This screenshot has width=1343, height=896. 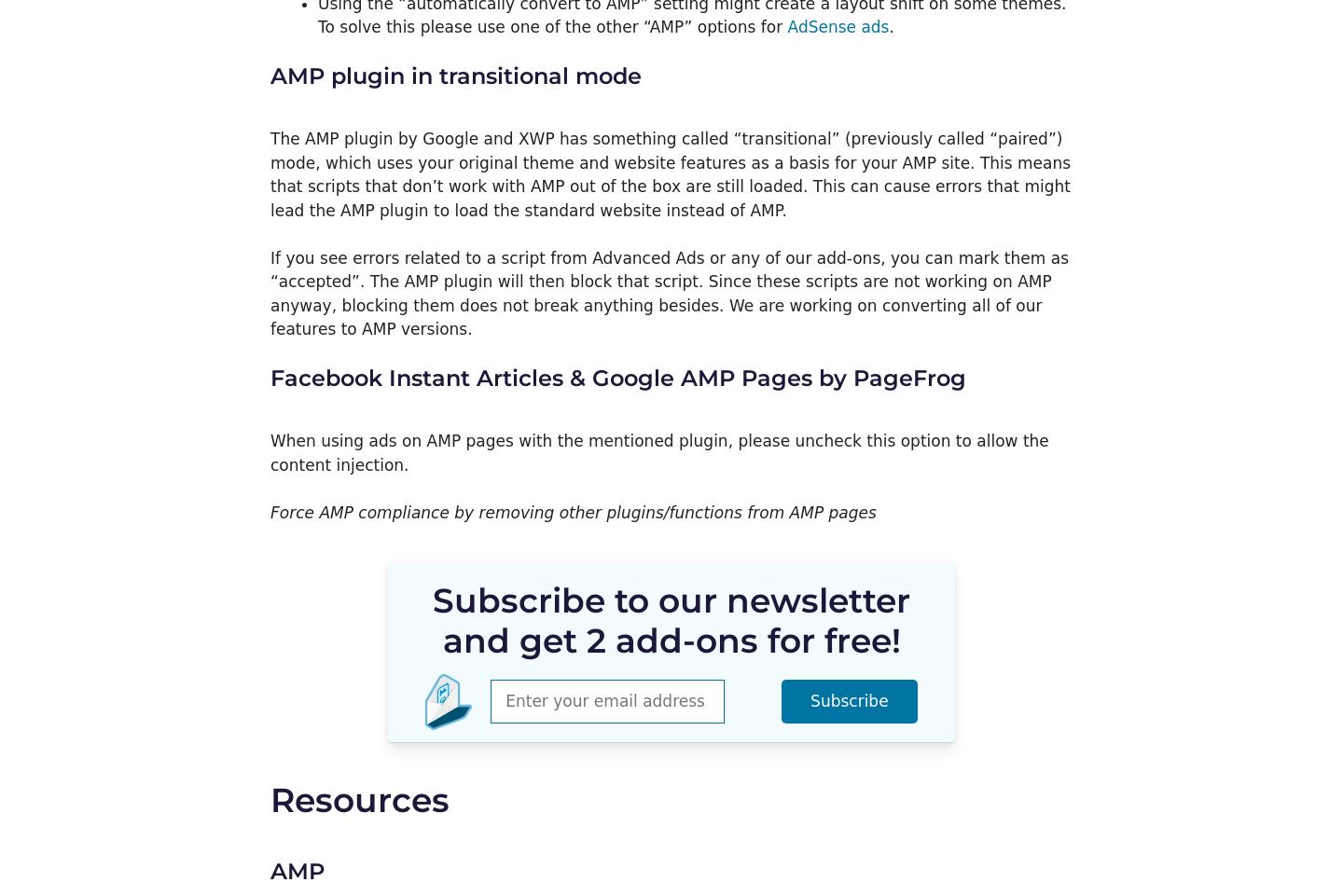 What do you see at coordinates (785, 26) in the screenshot?
I see `'AdSense ads'` at bounding box center [785, 26].